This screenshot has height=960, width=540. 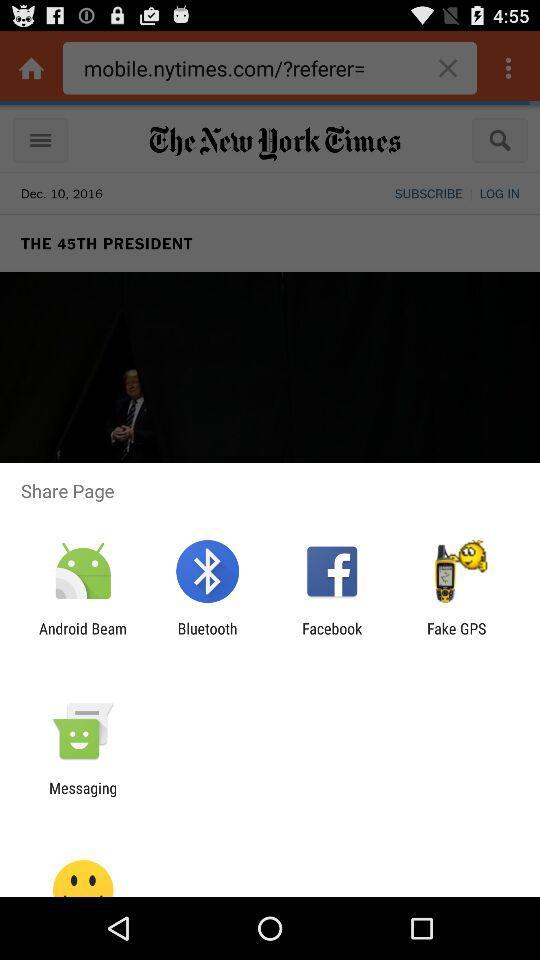 What do you see at coordinates (332, 636) in the screenshot?
I see `app next to fake gps` at bounding box center [332, 636].